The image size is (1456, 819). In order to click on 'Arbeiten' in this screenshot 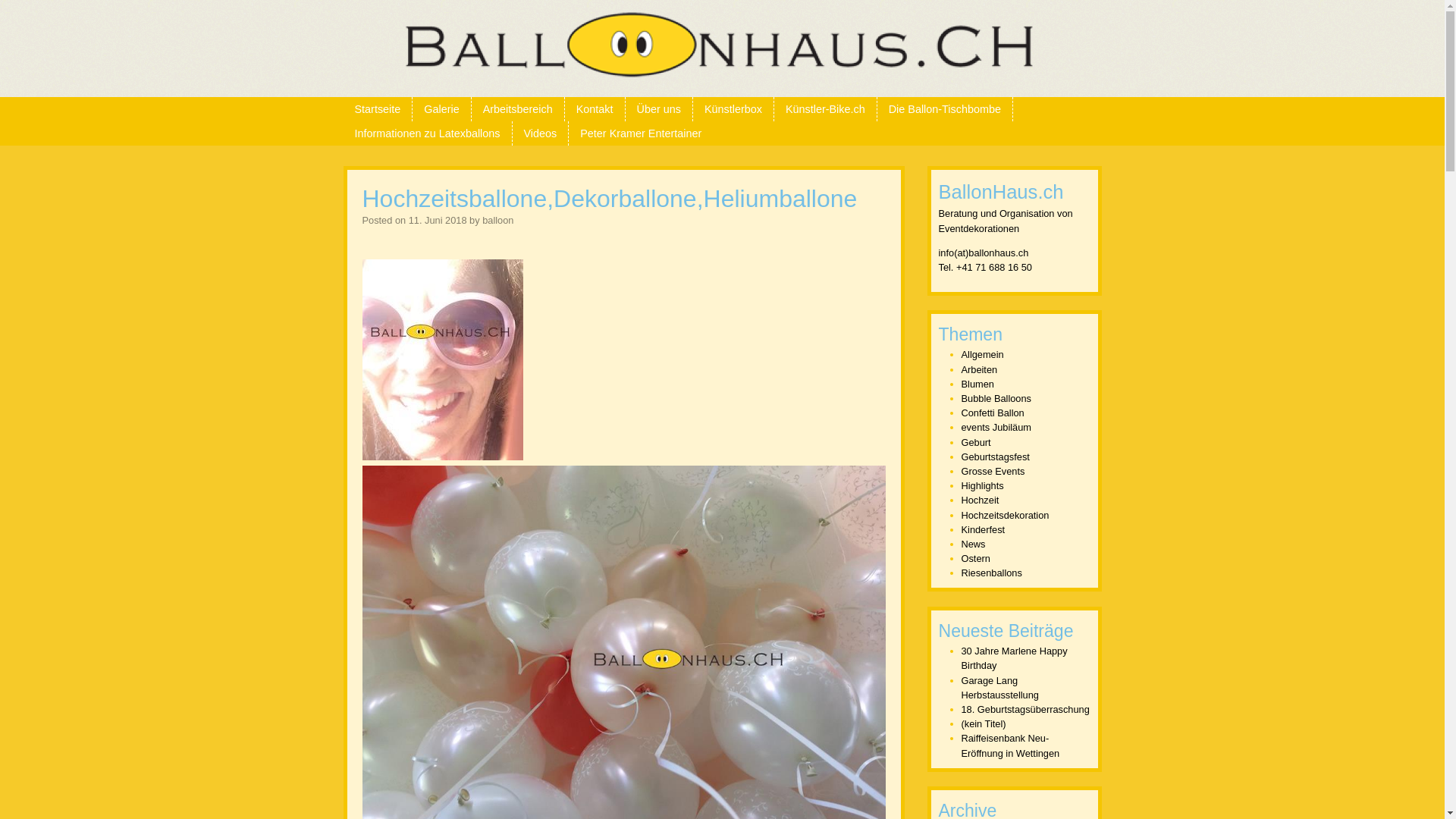, I will do `click(960, 369)`.